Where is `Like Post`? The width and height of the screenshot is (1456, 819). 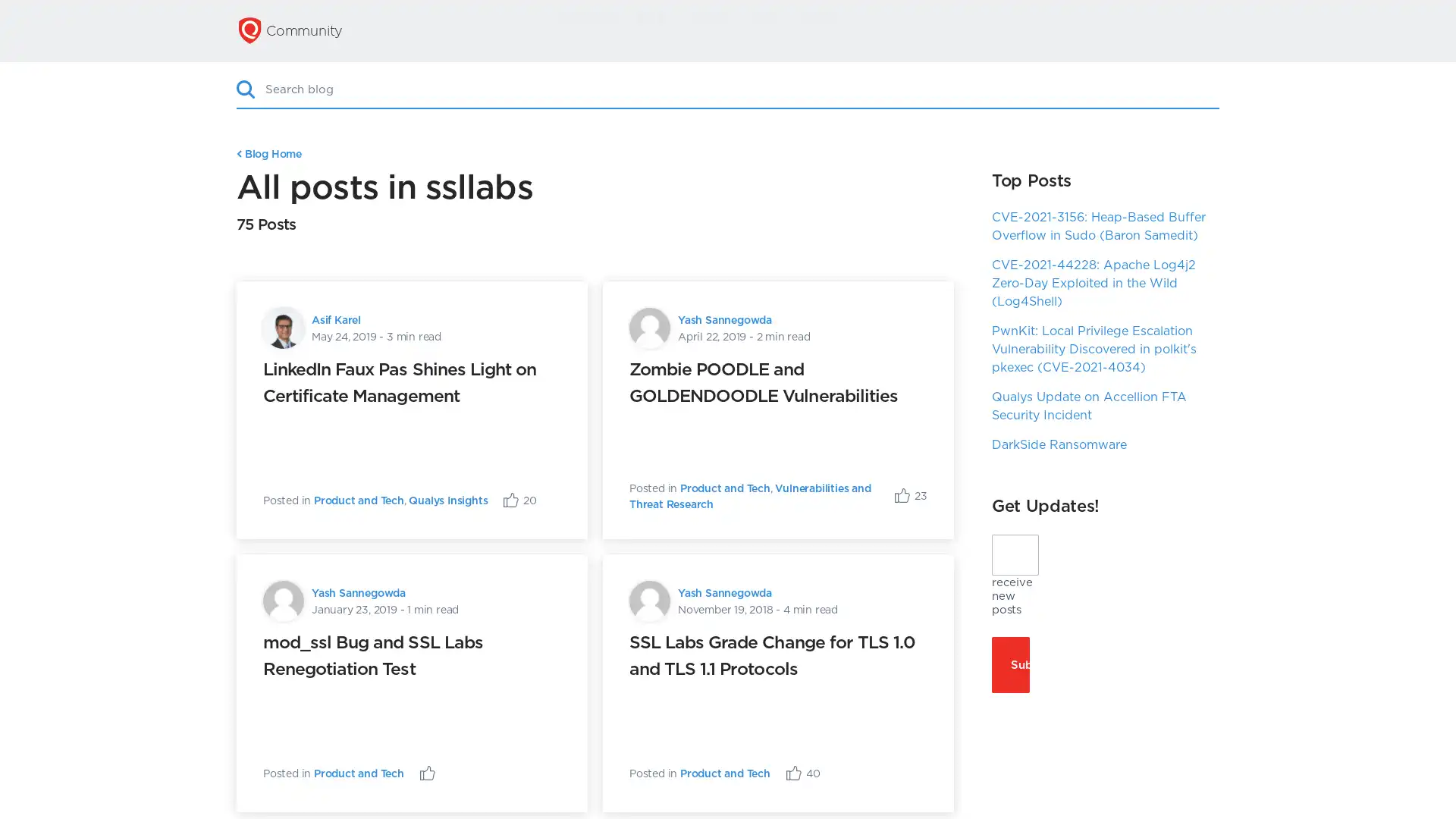 Like Post is located at coordinates (902, 496).